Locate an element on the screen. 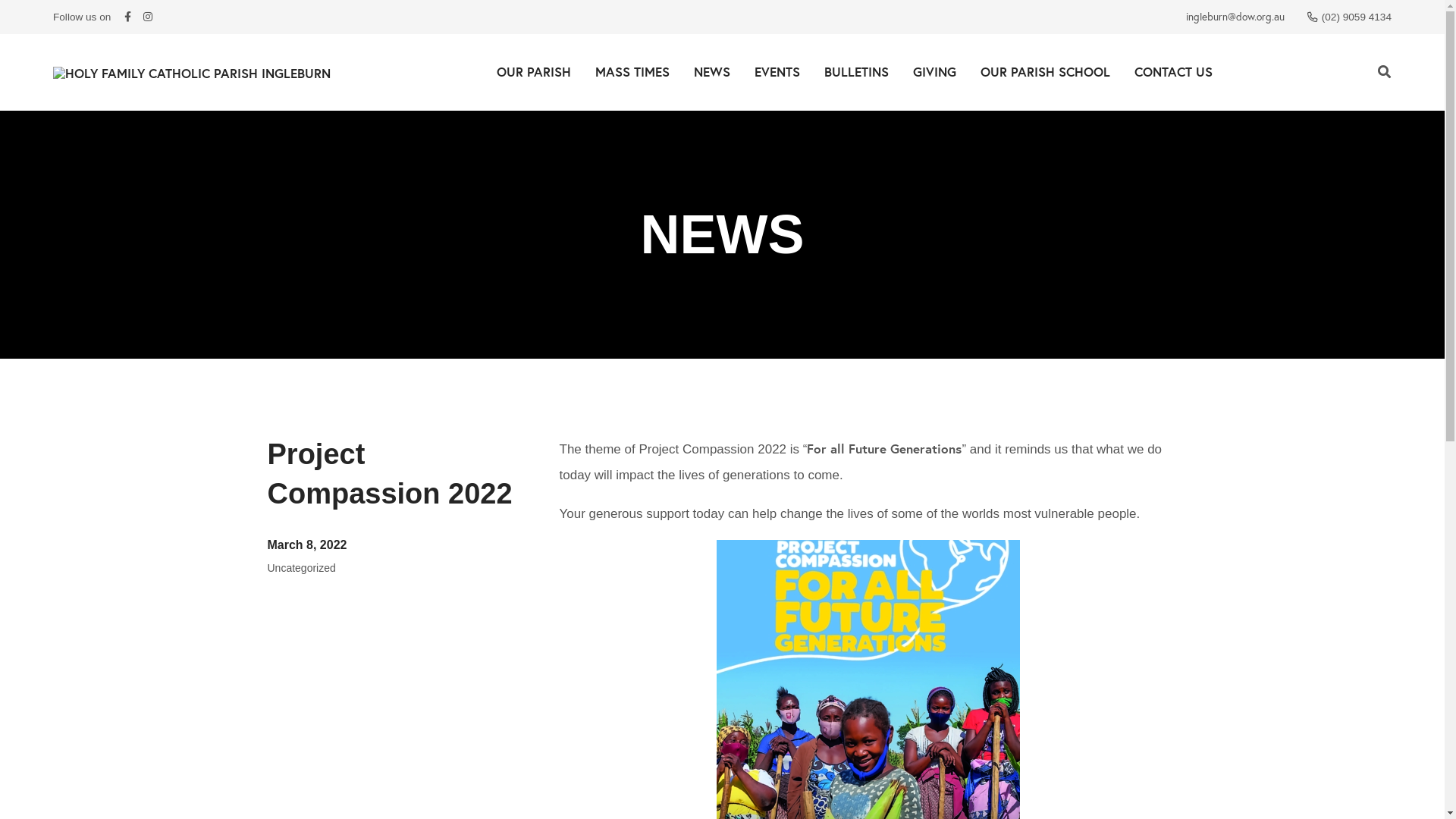  'Search' is located at coordinates (1384, 72).